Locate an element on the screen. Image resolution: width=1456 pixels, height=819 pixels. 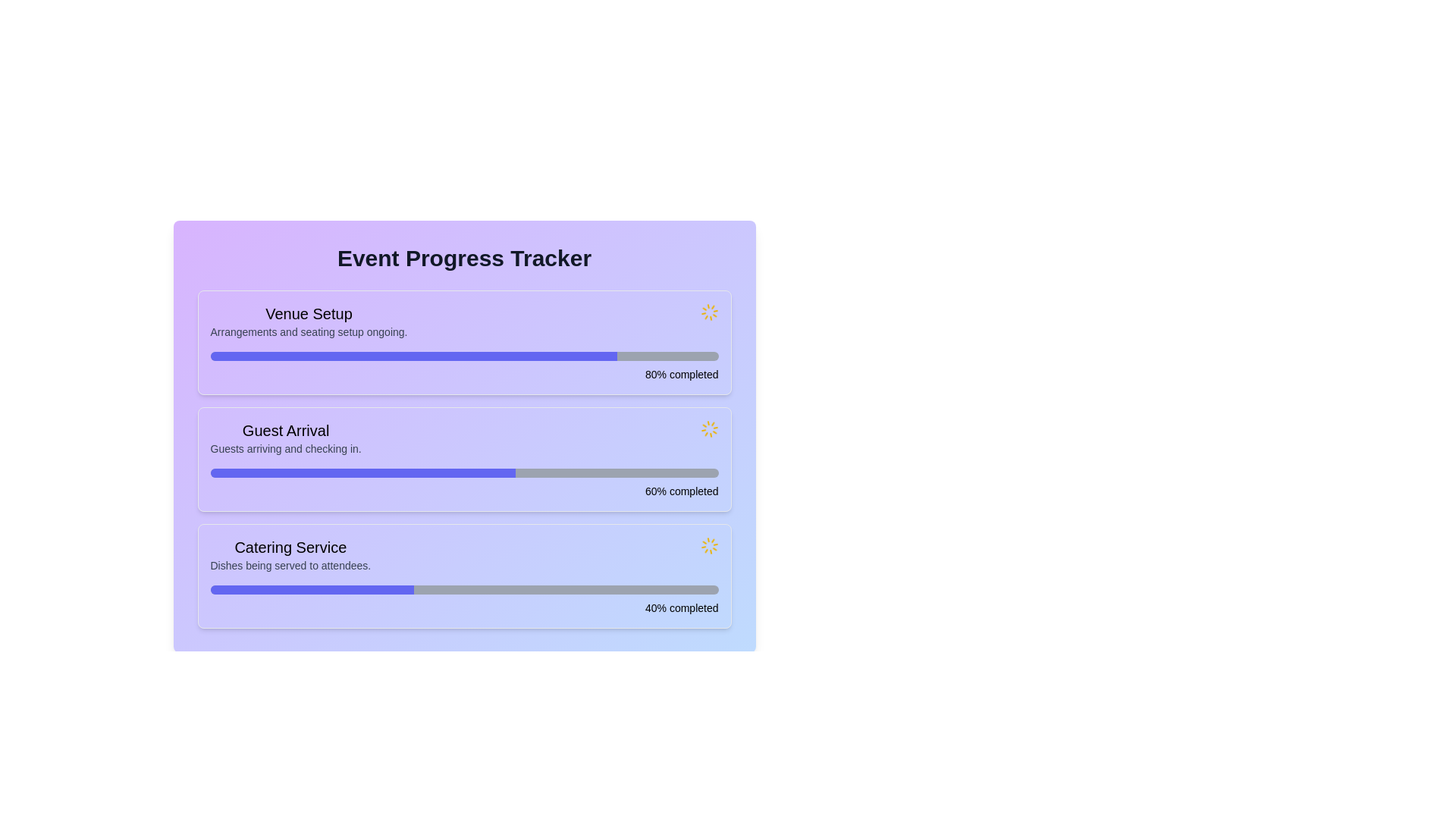
the Loader Icon, which serves as a loading indicator for the 'Catering Service' section in the progress tracker interface is located at coordinates (708, 555).